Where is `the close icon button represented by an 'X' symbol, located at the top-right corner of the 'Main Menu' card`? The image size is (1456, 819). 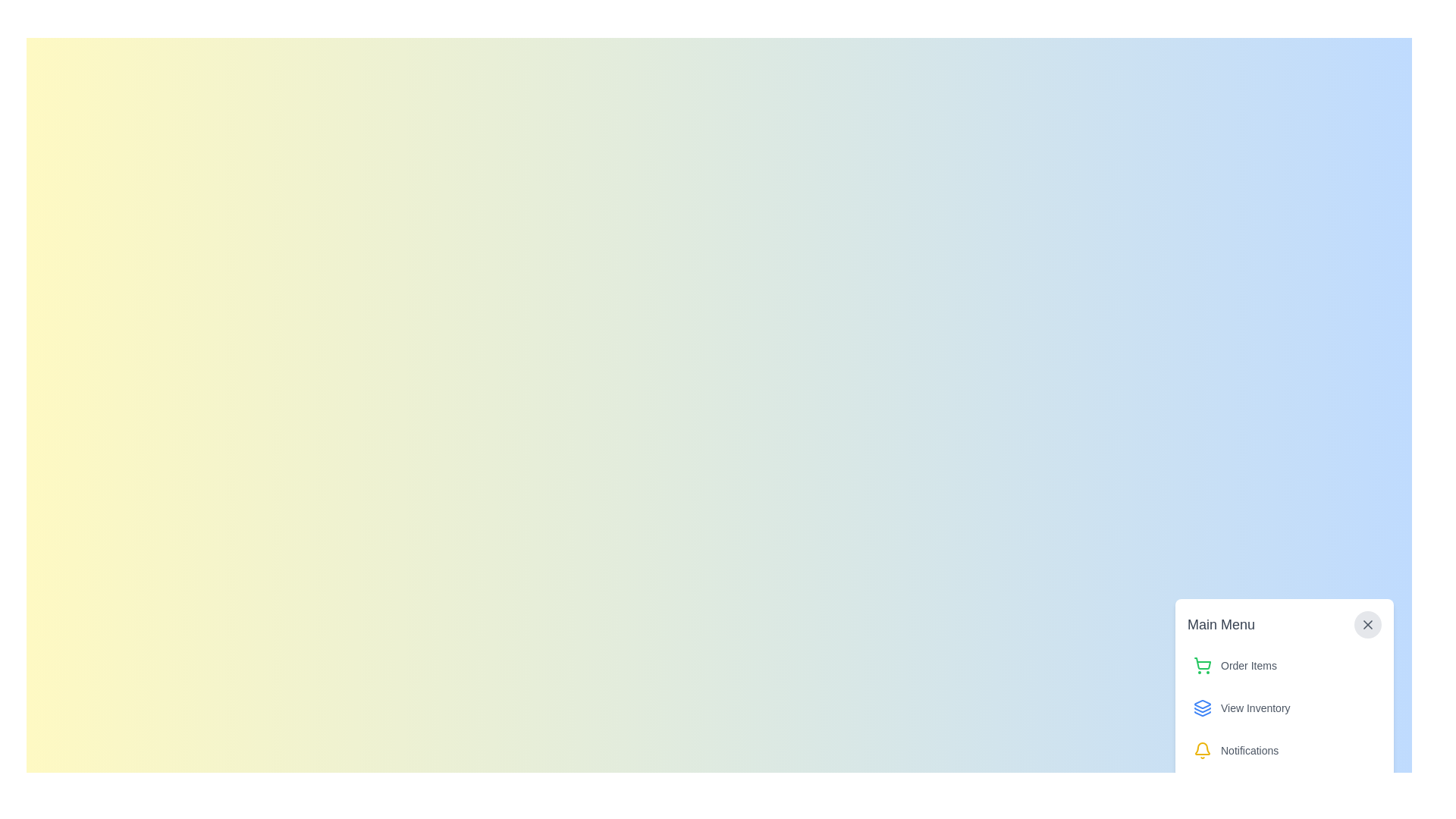
the close icon button represented by an 'X' symbol, located at the top-right corner of the 'Main Menu' card is located at coordinates (1368, 625).